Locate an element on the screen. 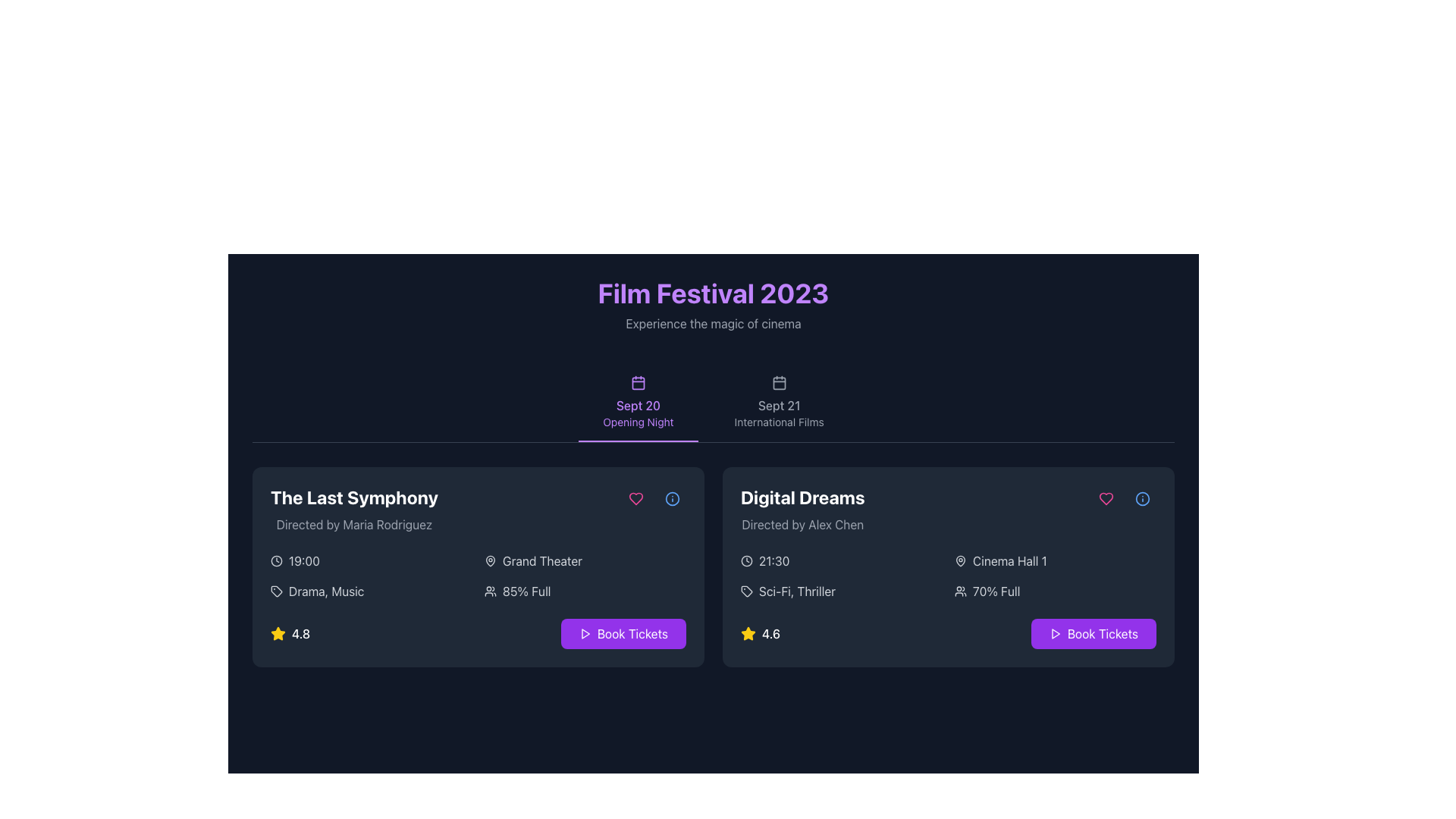 The image size is (1456, 819). the SVG circle element with a black outline and white interior, part of the clock icon next to the '21:30' text under the 'Digital Dreams' section is located at coordinates (746, 561).